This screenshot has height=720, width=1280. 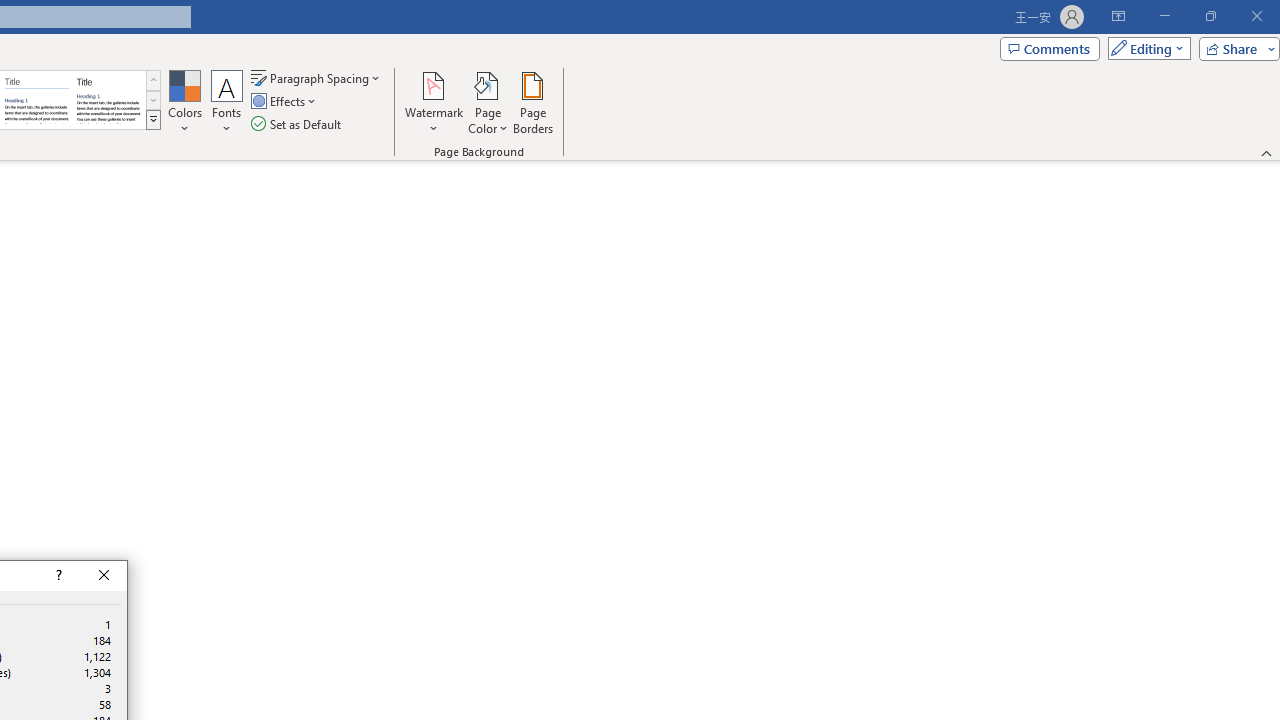 I want to click on 'Close', so click(x=103, y=576).